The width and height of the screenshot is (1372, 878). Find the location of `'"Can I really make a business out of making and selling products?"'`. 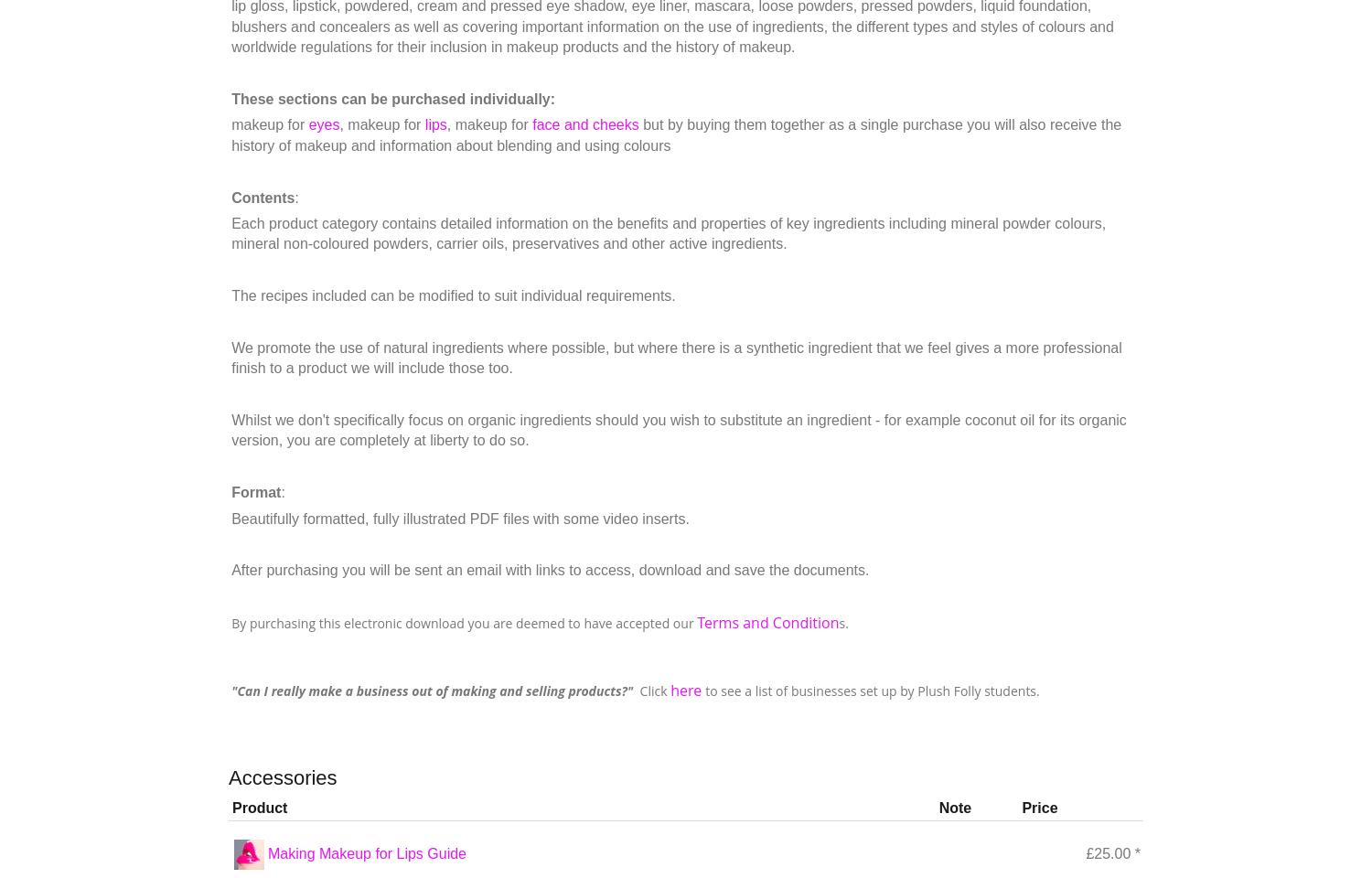

'"Can I really make a business out of making and selling products?"' is located at coordinates (231, 690).